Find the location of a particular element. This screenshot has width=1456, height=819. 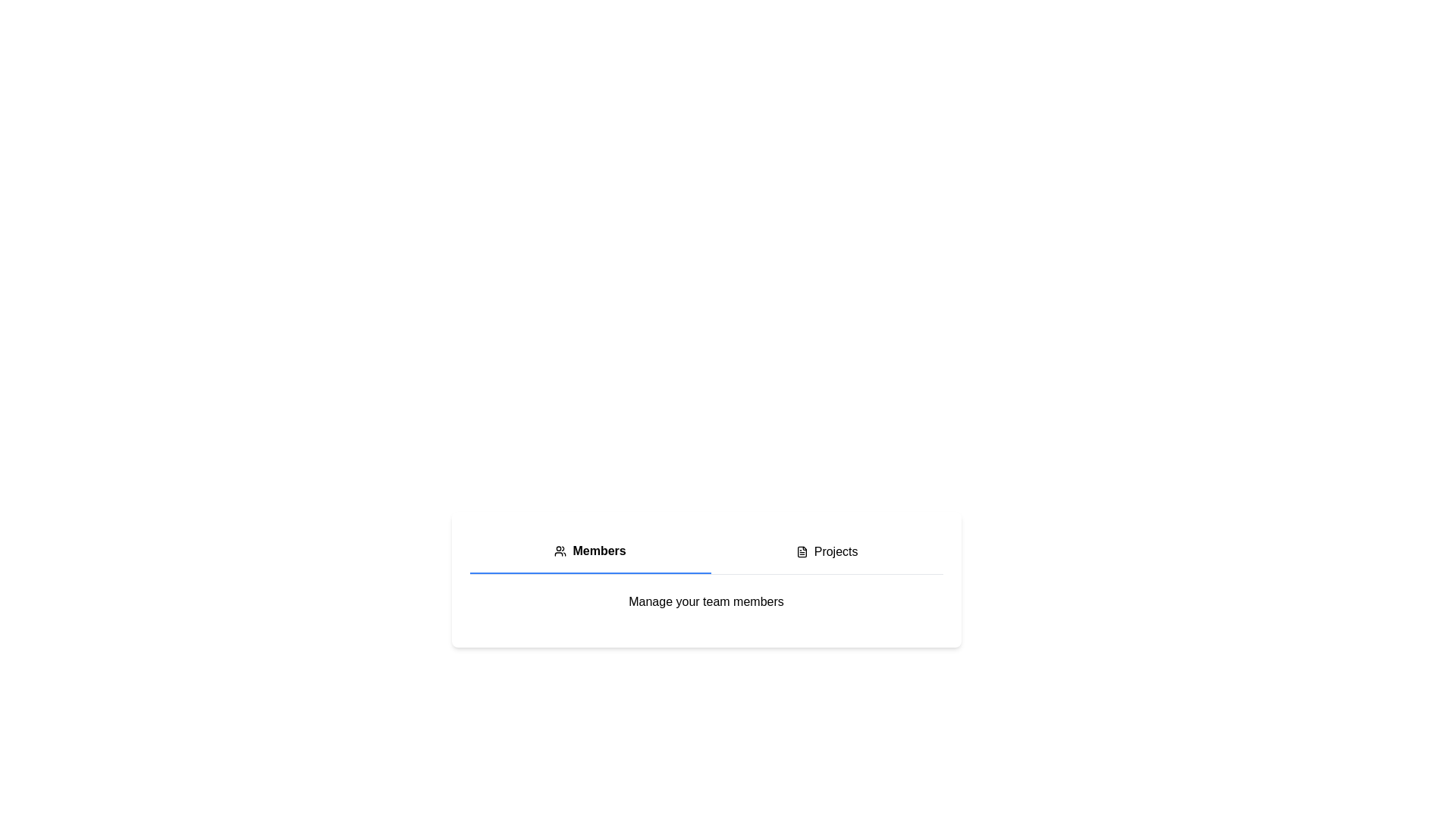

the user icon in the 'Members' label, which features a bold text on a white background and is located centrally in the top navigation bar is located at coordinates (589, 551).